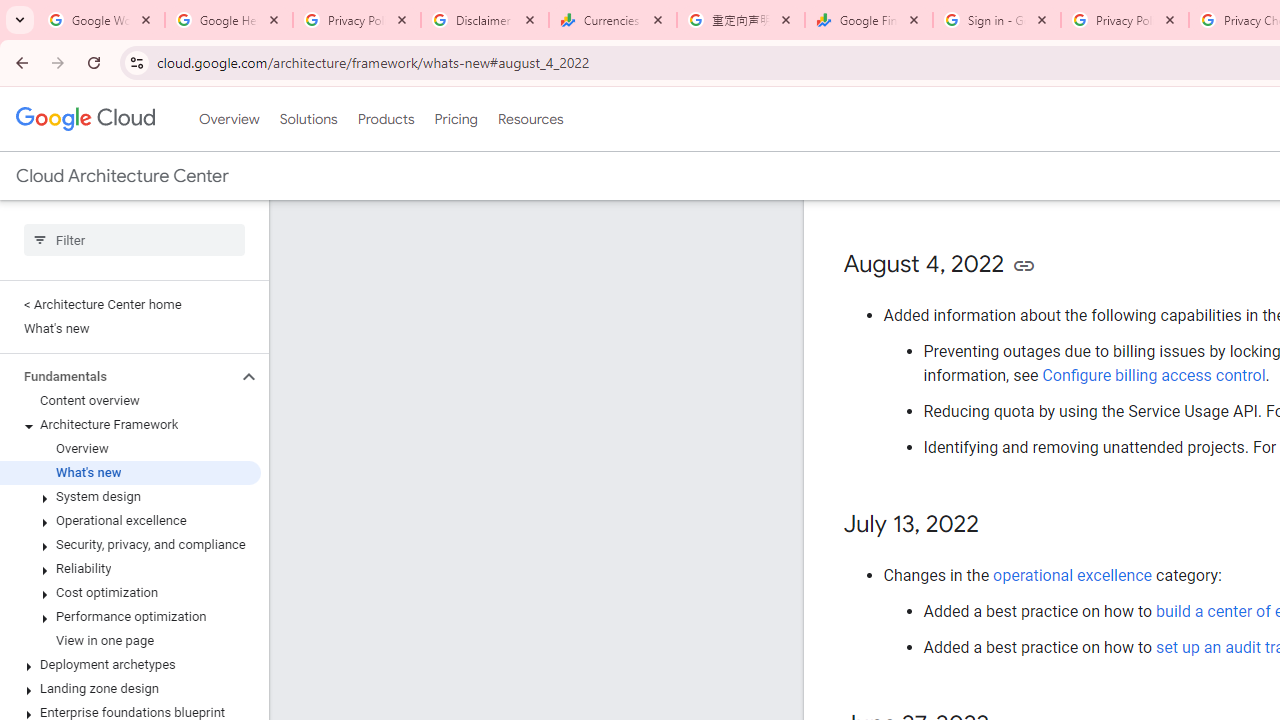 This screenshot has width=1280, height=720. I want to click on 'Google Workspace Admin Community', so click(100, 20).